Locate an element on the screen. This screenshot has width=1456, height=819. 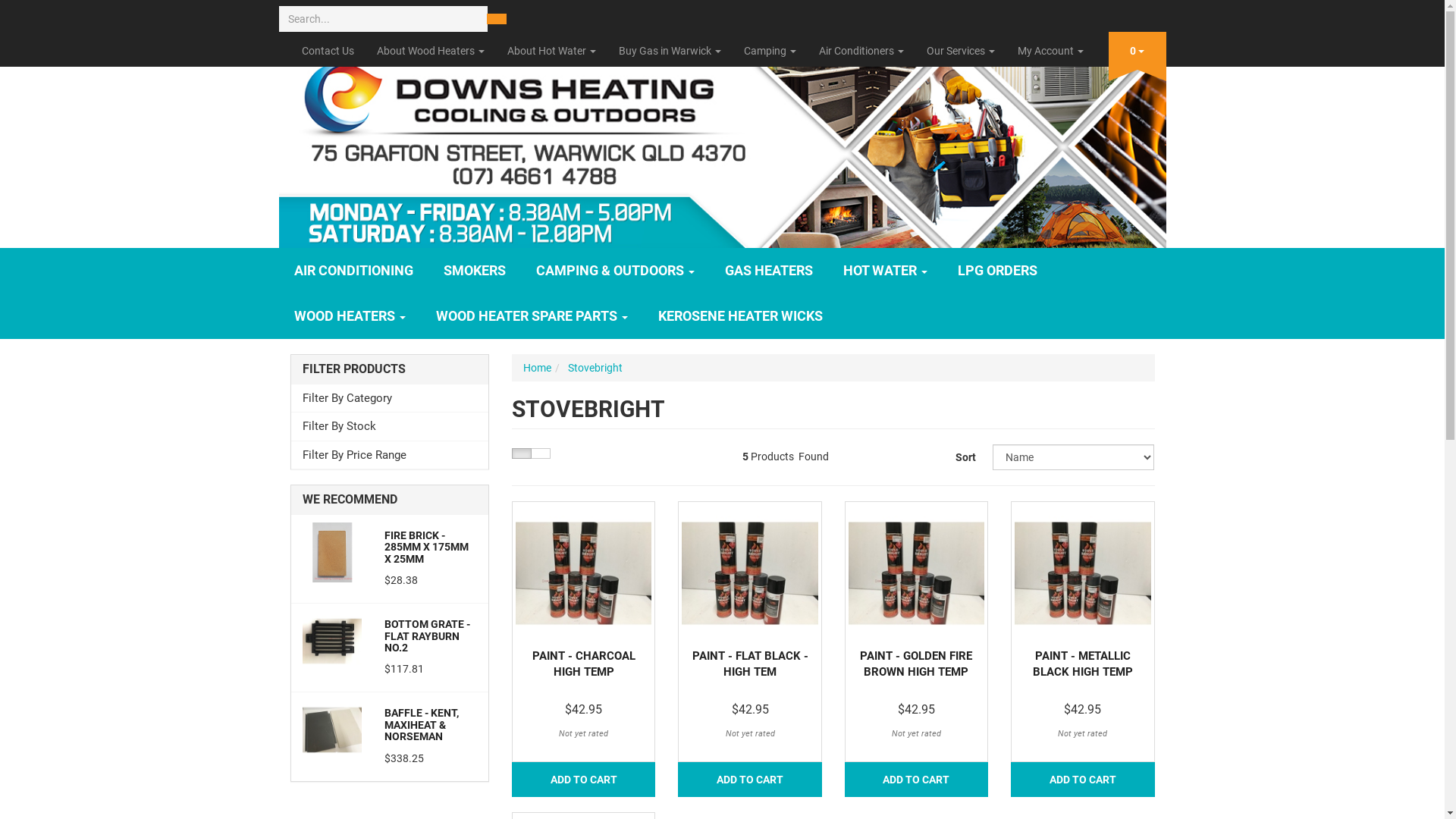
'AIR CONDITIONING' is located at coordinates (353, 270).